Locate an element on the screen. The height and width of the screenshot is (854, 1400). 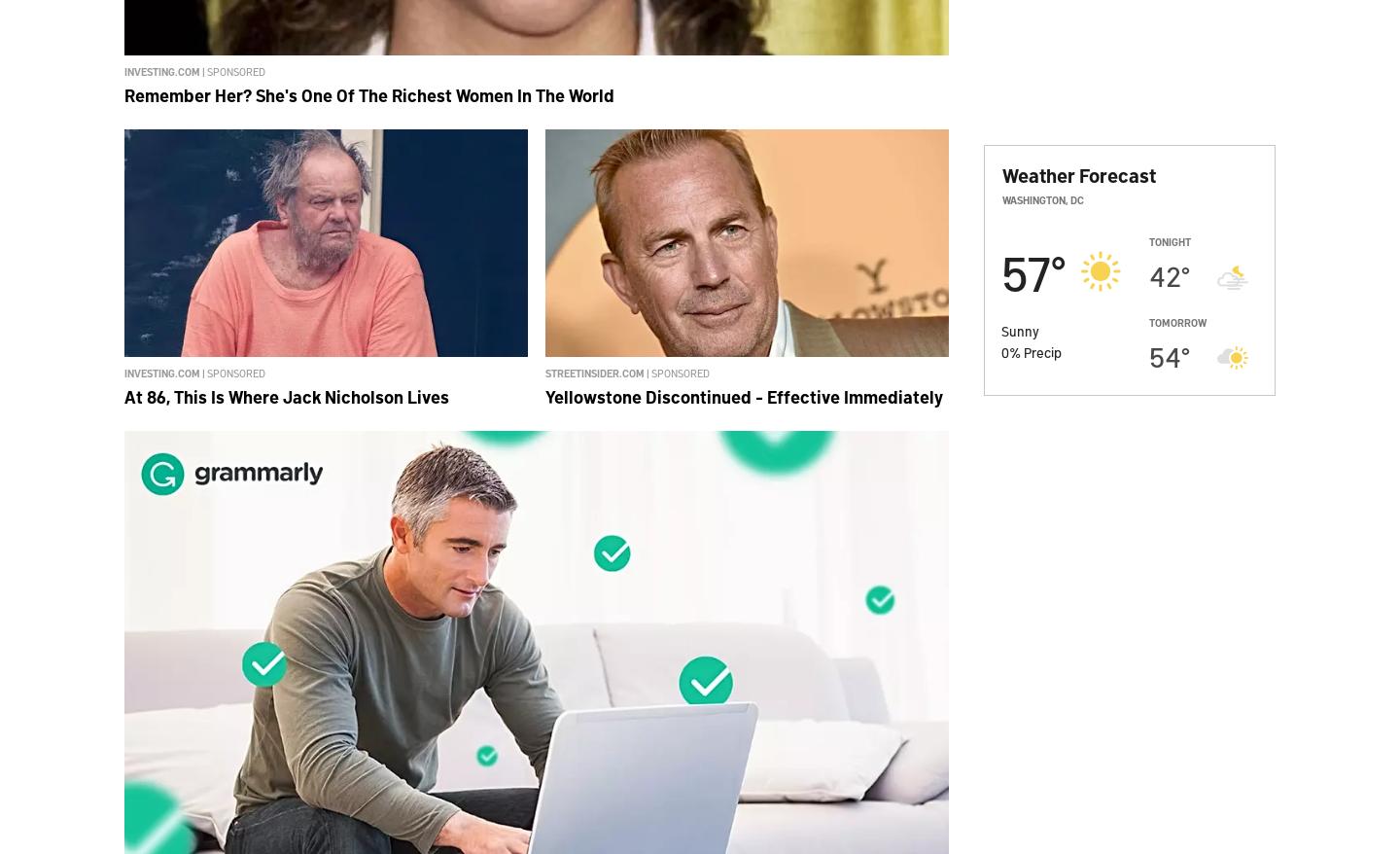
'Tomorrow' is located at coordinates (1176, 322).